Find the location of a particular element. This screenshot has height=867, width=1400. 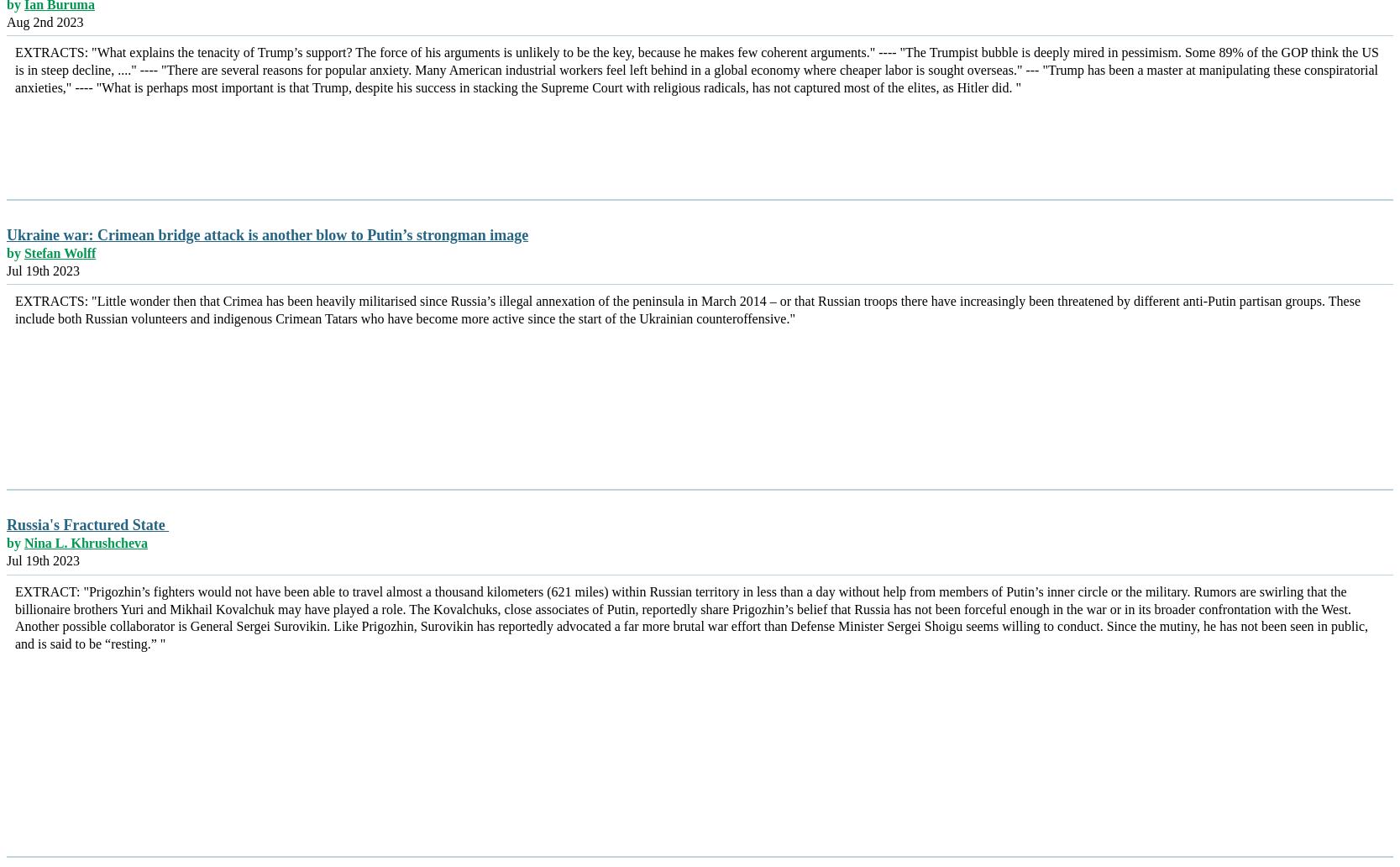

'Ukraine war: Crimean bridge attack is another blow to Putin’s strongman image' is located at coordinates (7, 234).